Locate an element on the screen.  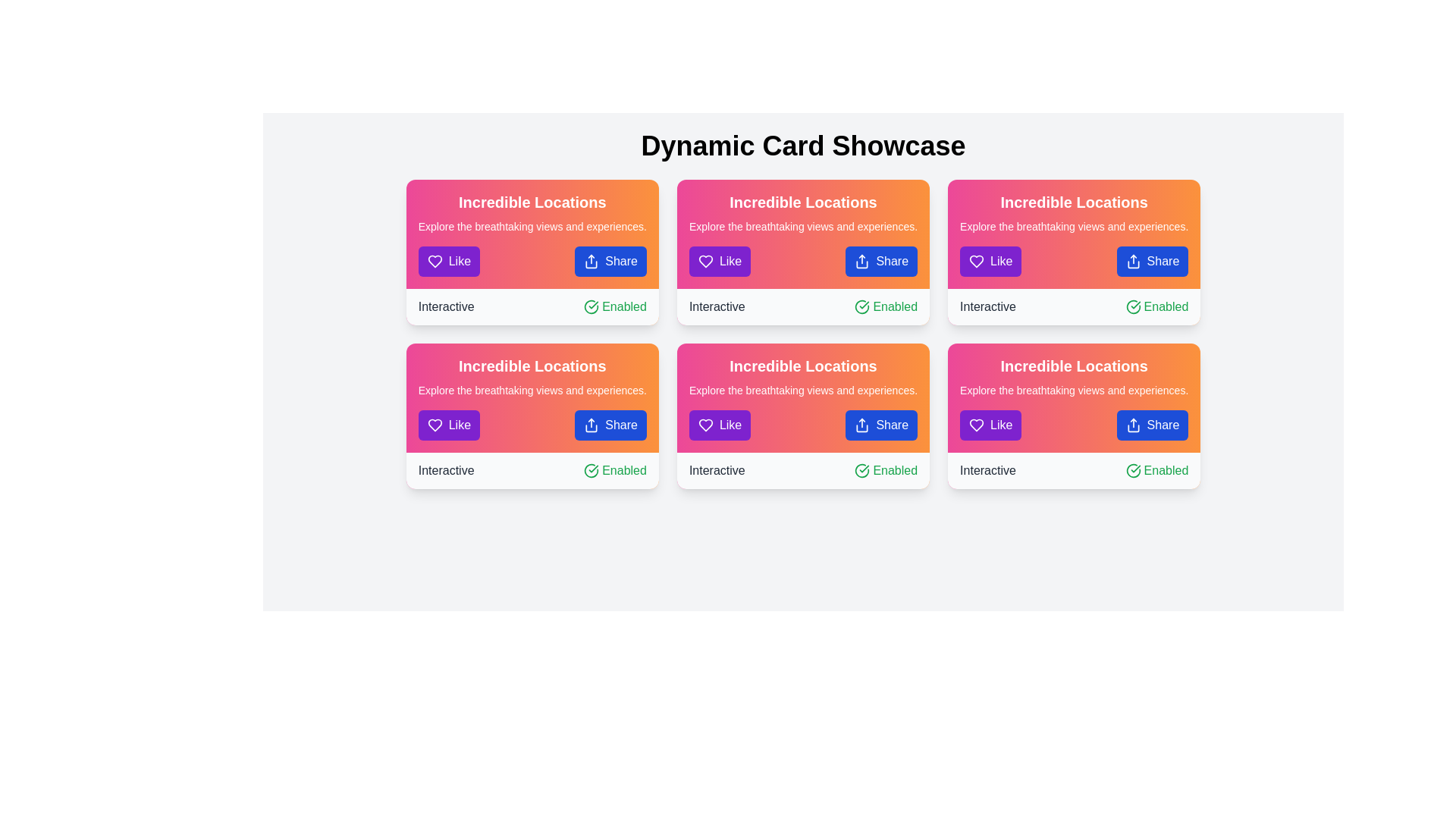
the Icon Button located to the left of the 'Share' text within the button in the bottom-right corner of the card layout is located at coordinates (862, 260).